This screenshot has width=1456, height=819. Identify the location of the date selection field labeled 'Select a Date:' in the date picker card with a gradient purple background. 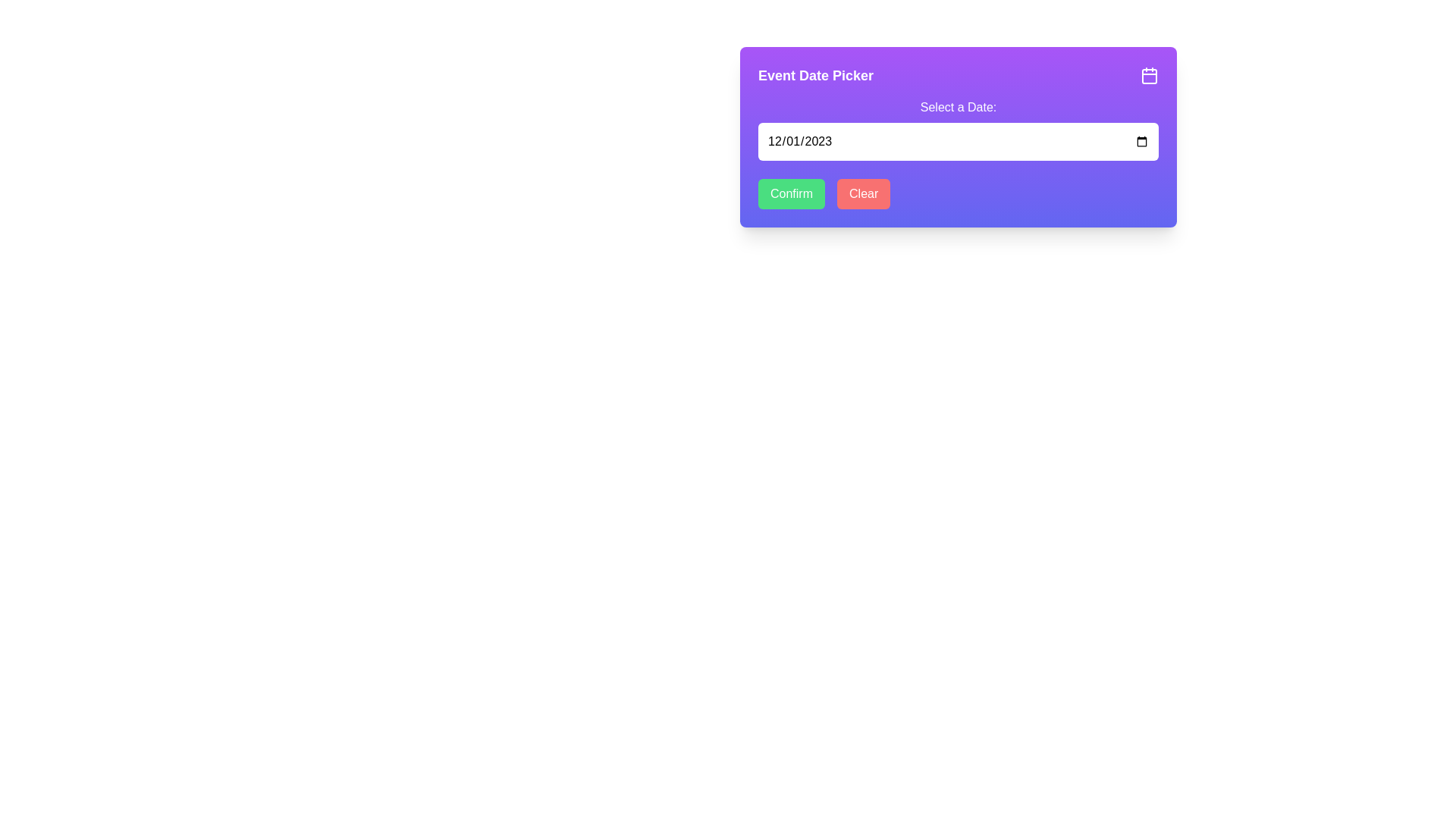
(957, 137).